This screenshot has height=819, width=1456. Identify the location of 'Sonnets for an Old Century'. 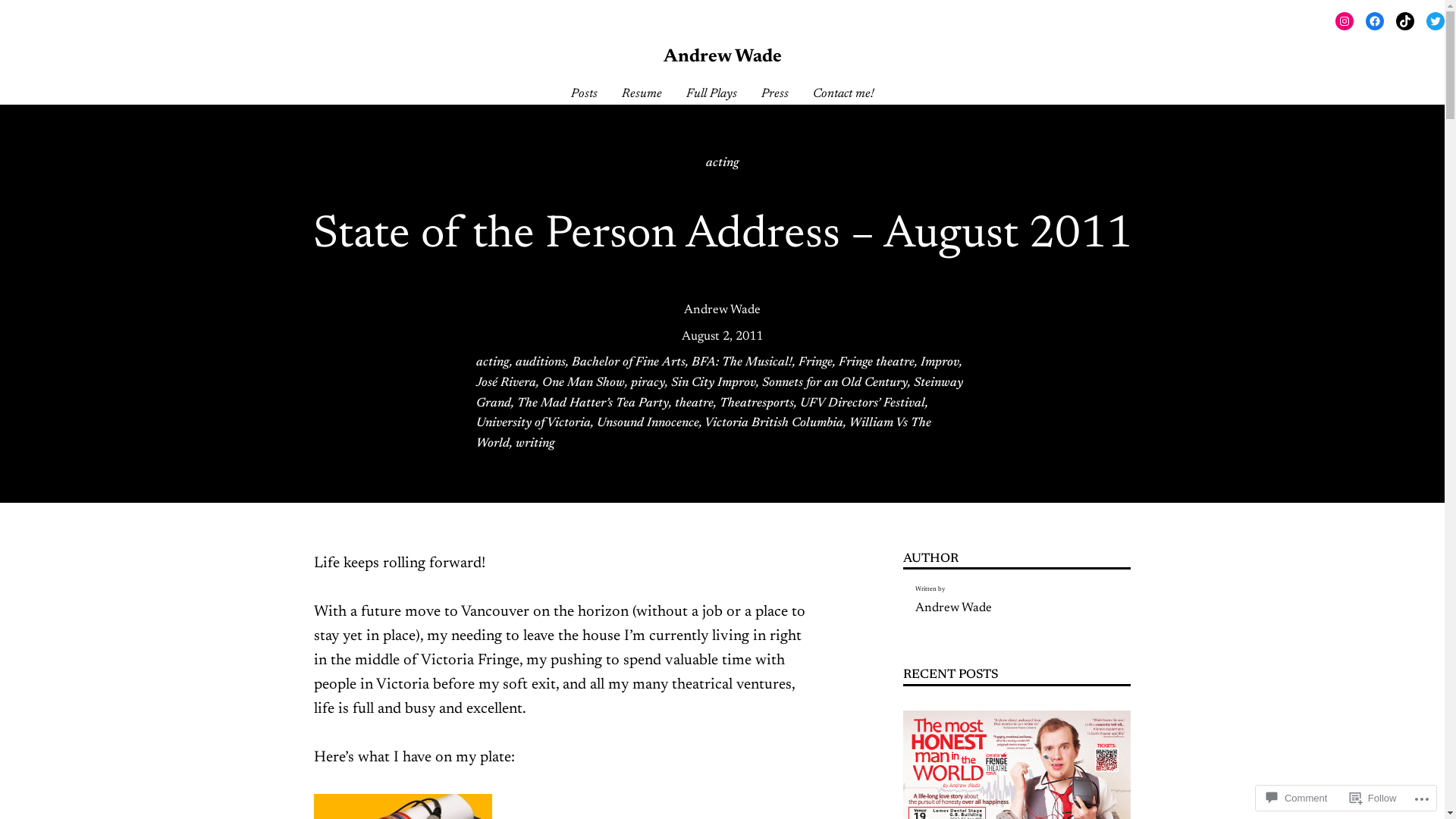
(761, 382).